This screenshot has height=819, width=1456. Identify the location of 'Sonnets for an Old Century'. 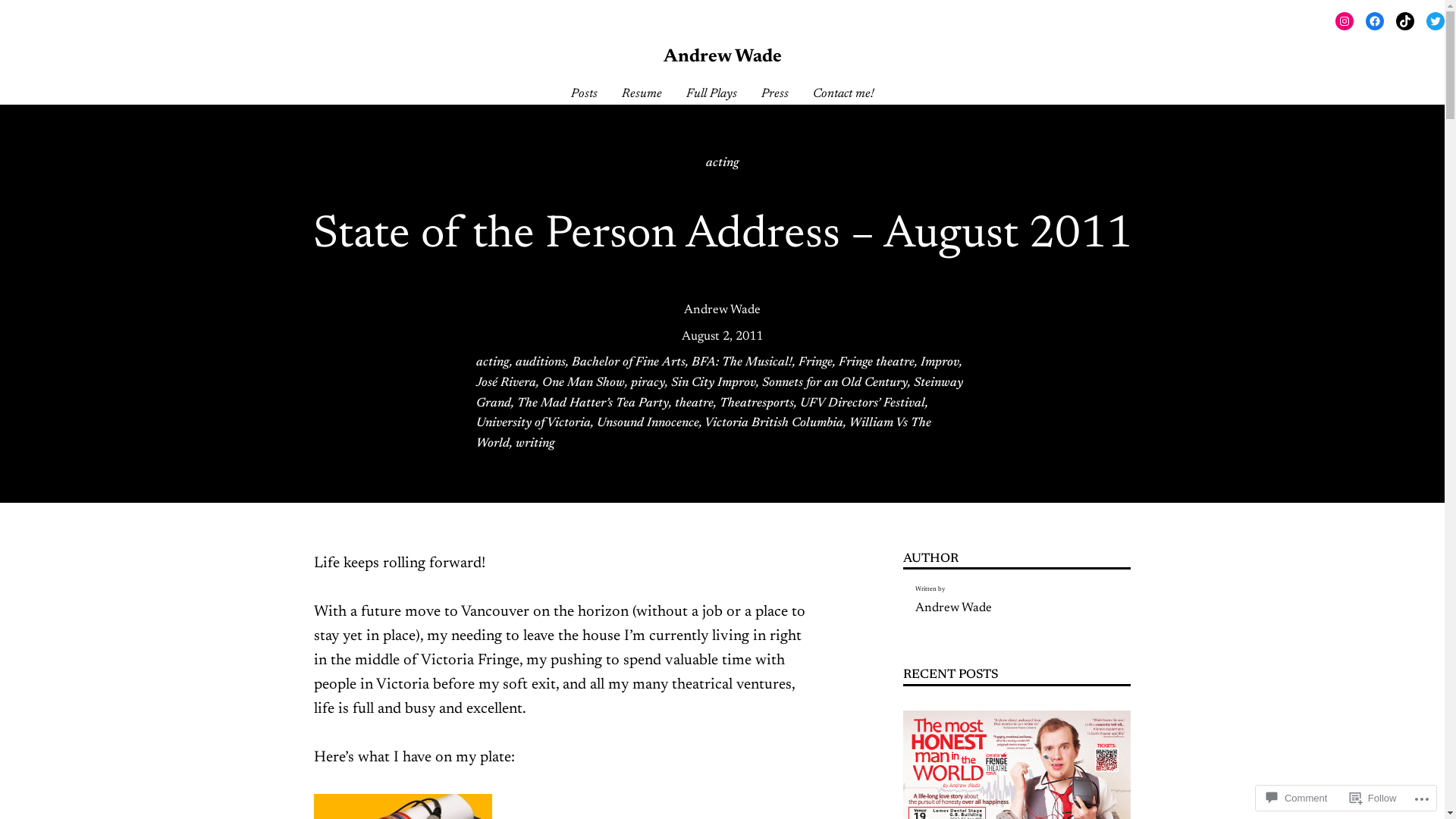
(761, 382).